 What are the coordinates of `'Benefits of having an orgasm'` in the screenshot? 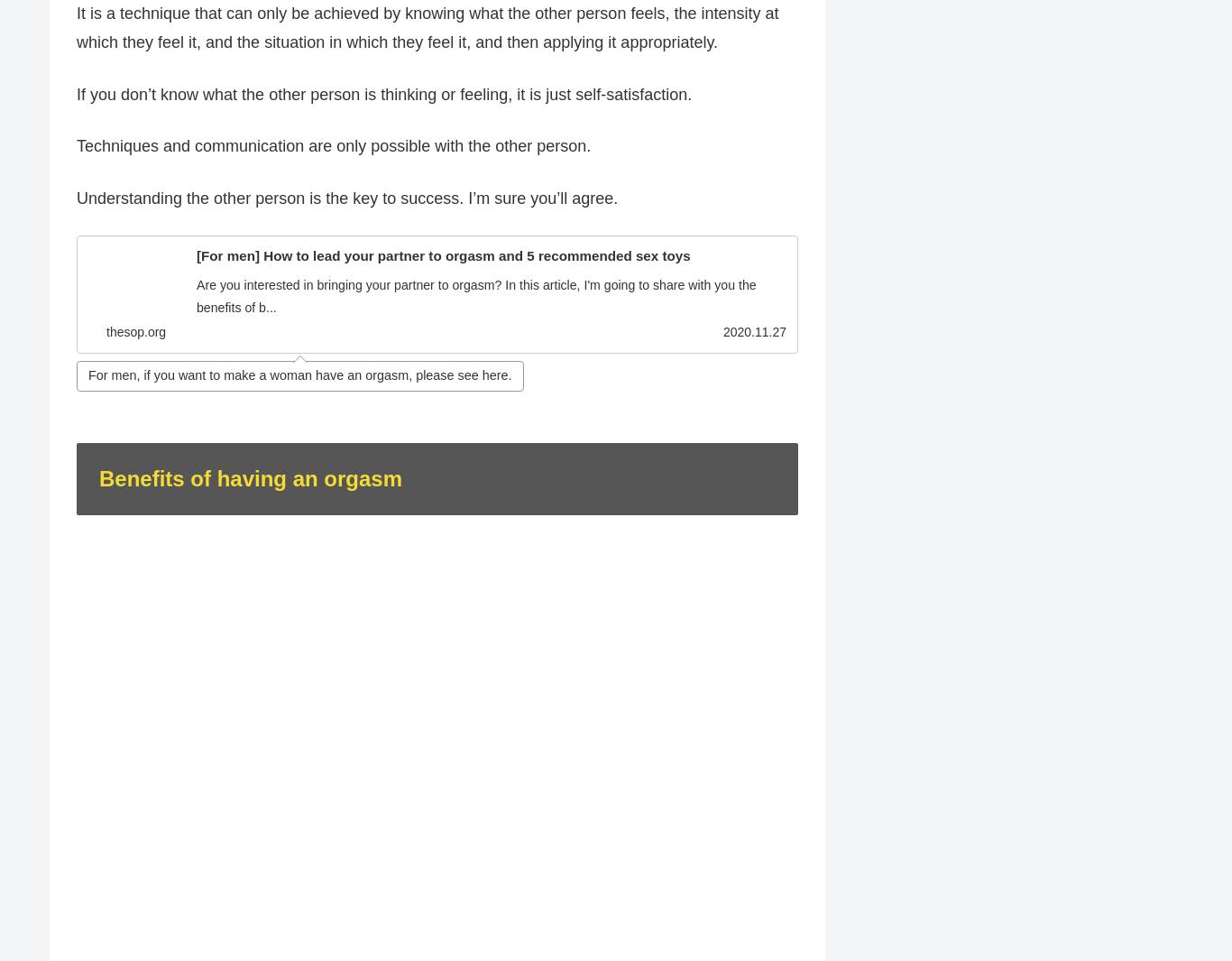 It's located at (250, 478).